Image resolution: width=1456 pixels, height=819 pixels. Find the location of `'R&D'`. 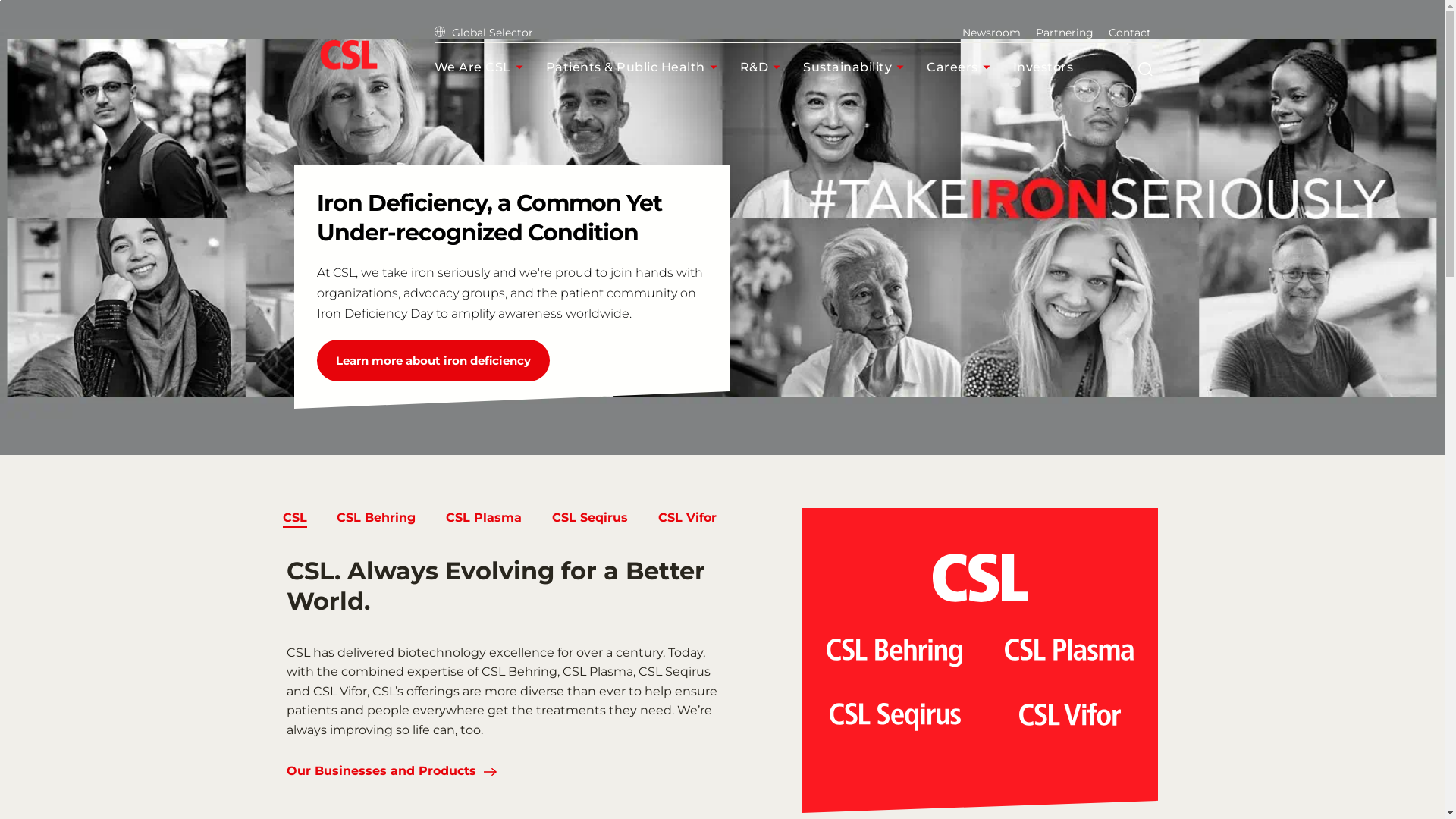

'R&D' is located at coordinates (739, 66).